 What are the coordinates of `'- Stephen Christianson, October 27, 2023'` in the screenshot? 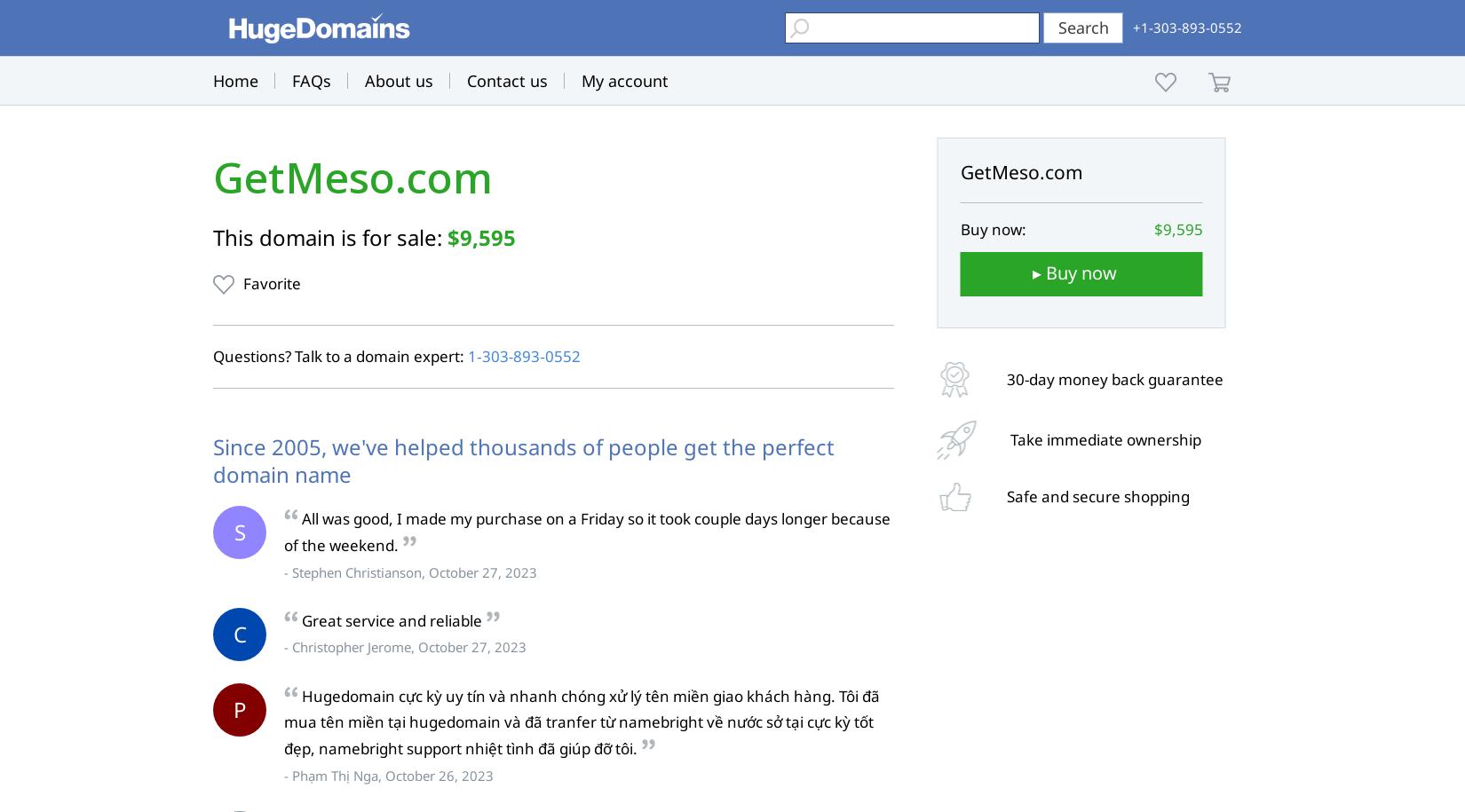 It's located at (283, 571).